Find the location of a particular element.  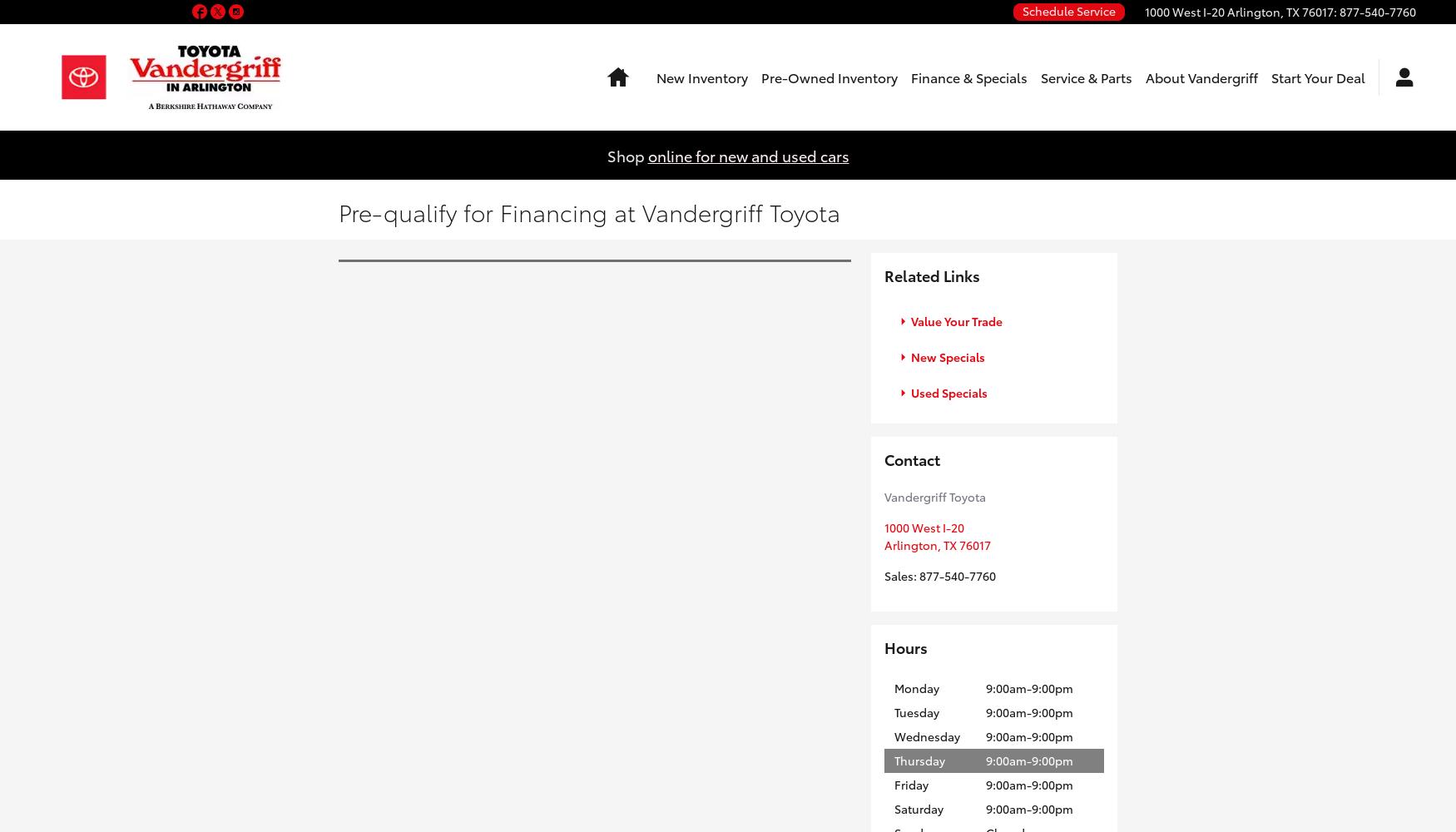

'Saturday' is located at coordinates (919, 807).